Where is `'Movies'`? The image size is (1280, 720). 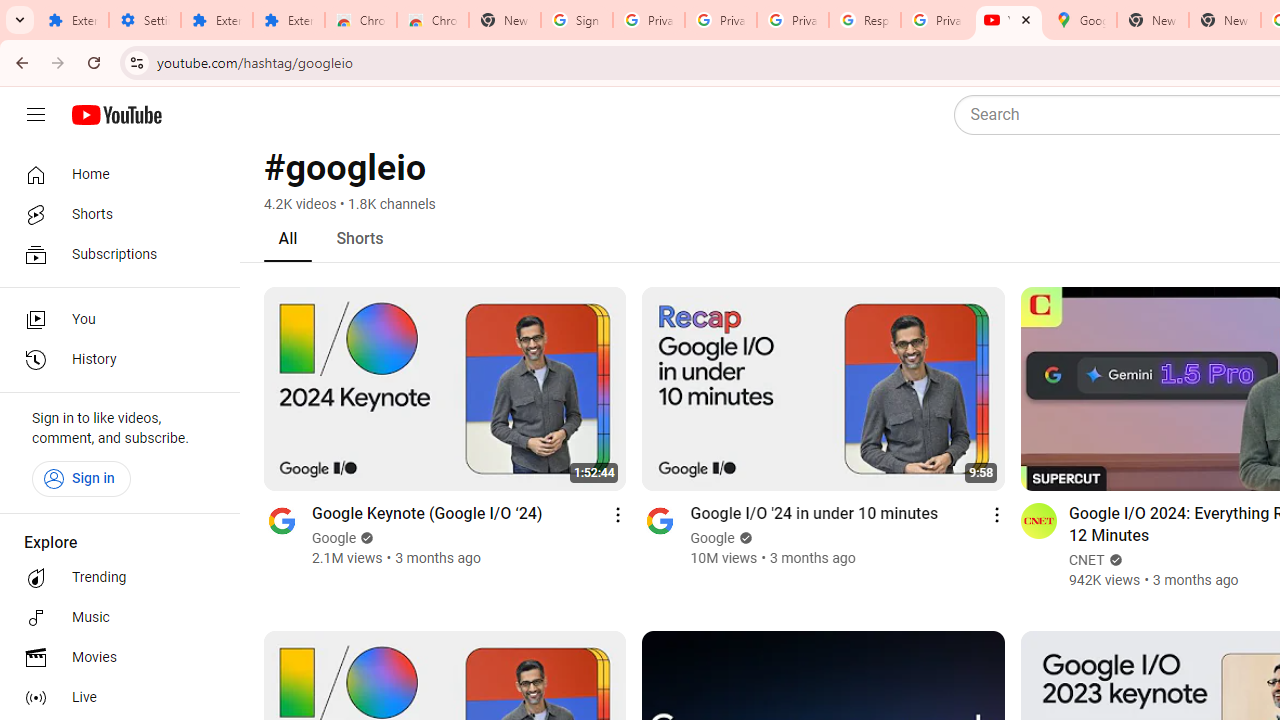
'Movies' is located at coordinates (112, 658).